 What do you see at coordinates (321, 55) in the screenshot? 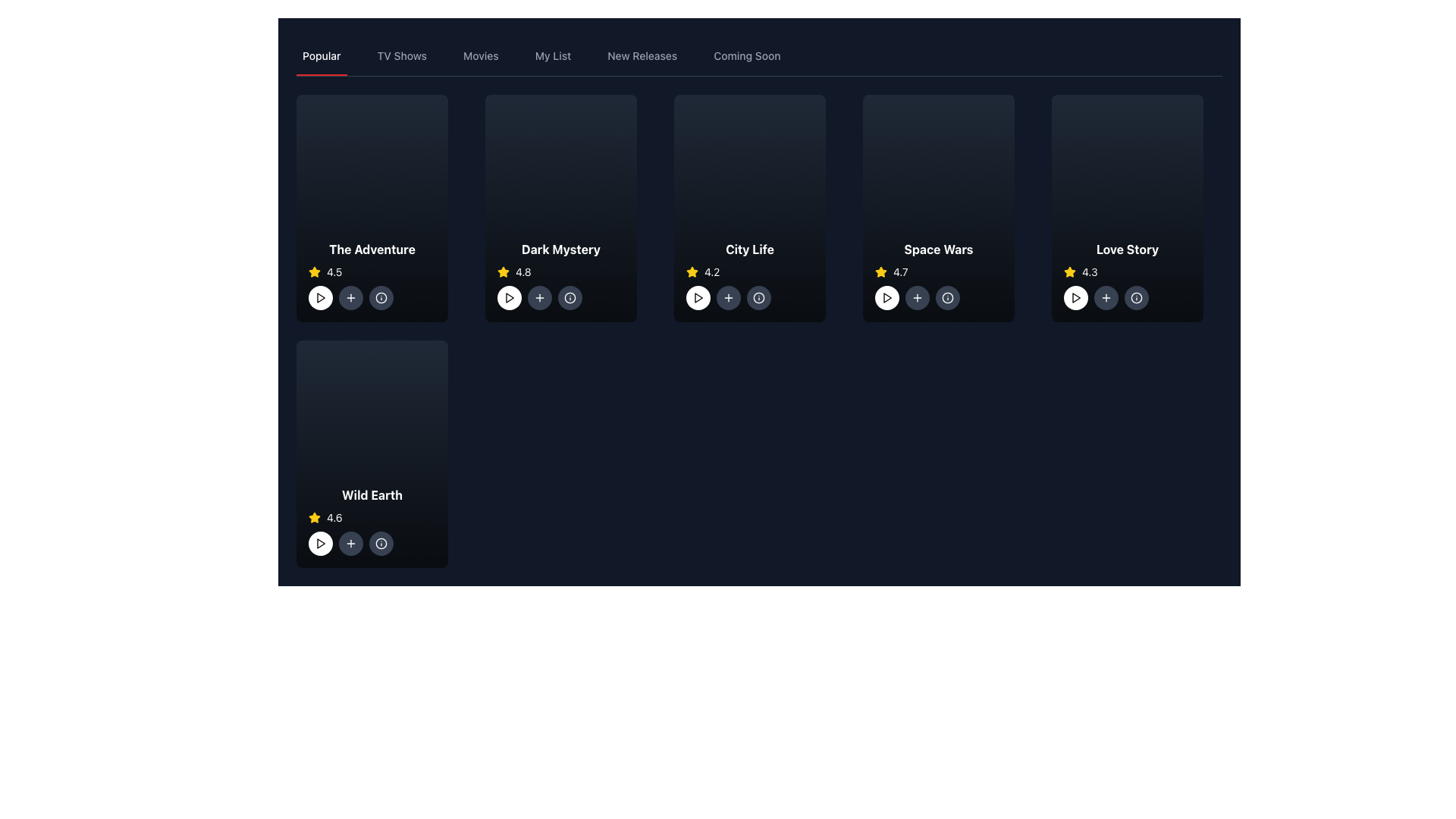
I see `the 'Popular' text link, which is styled with a white font and a small red underline, located in the top-left of the navigation menu` at bounding box center [321, 55].